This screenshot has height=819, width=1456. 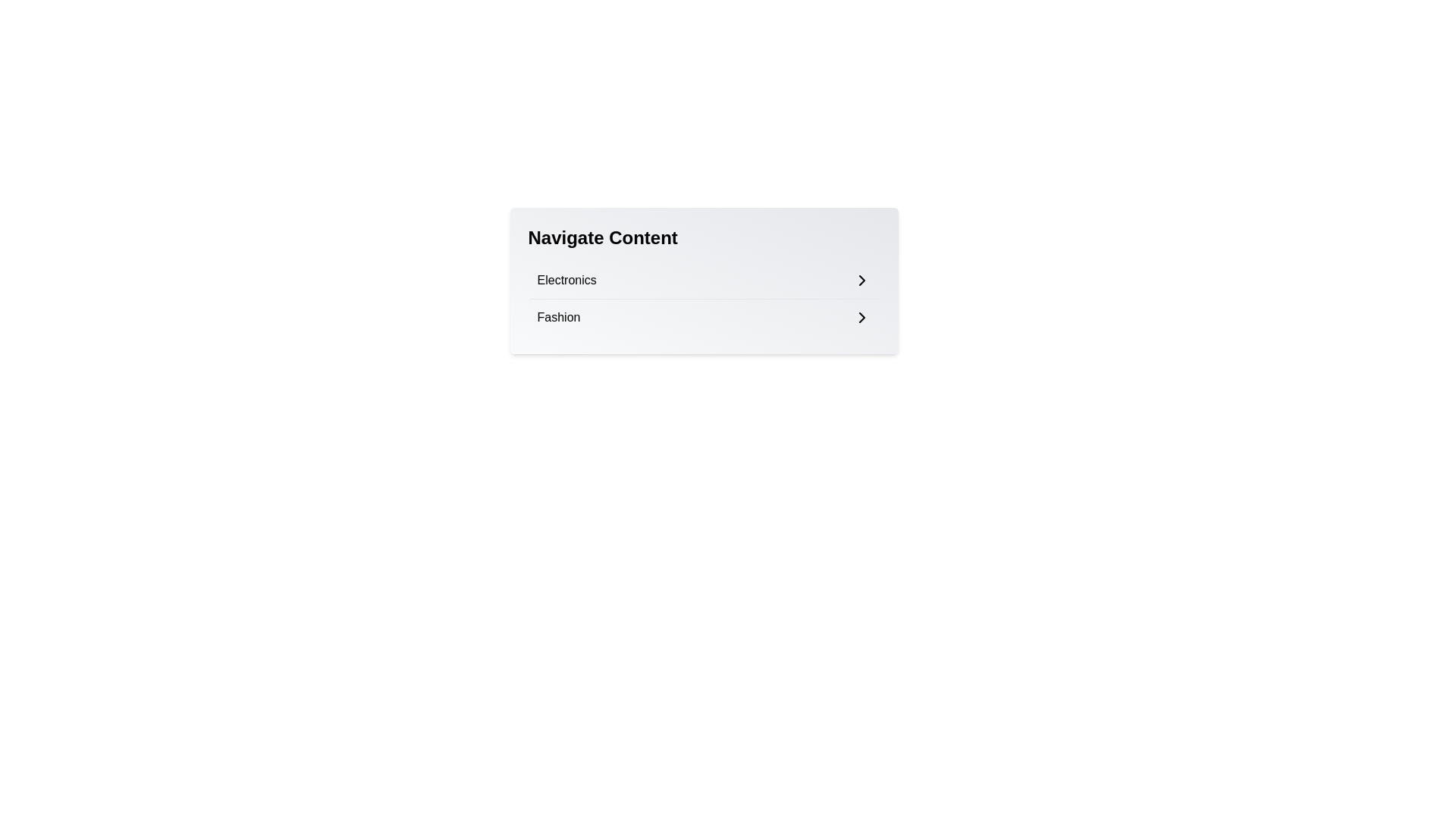 I want to click on the 'Electronics' list item, which is the first item in a vertical list, so click(x=703, y=281).